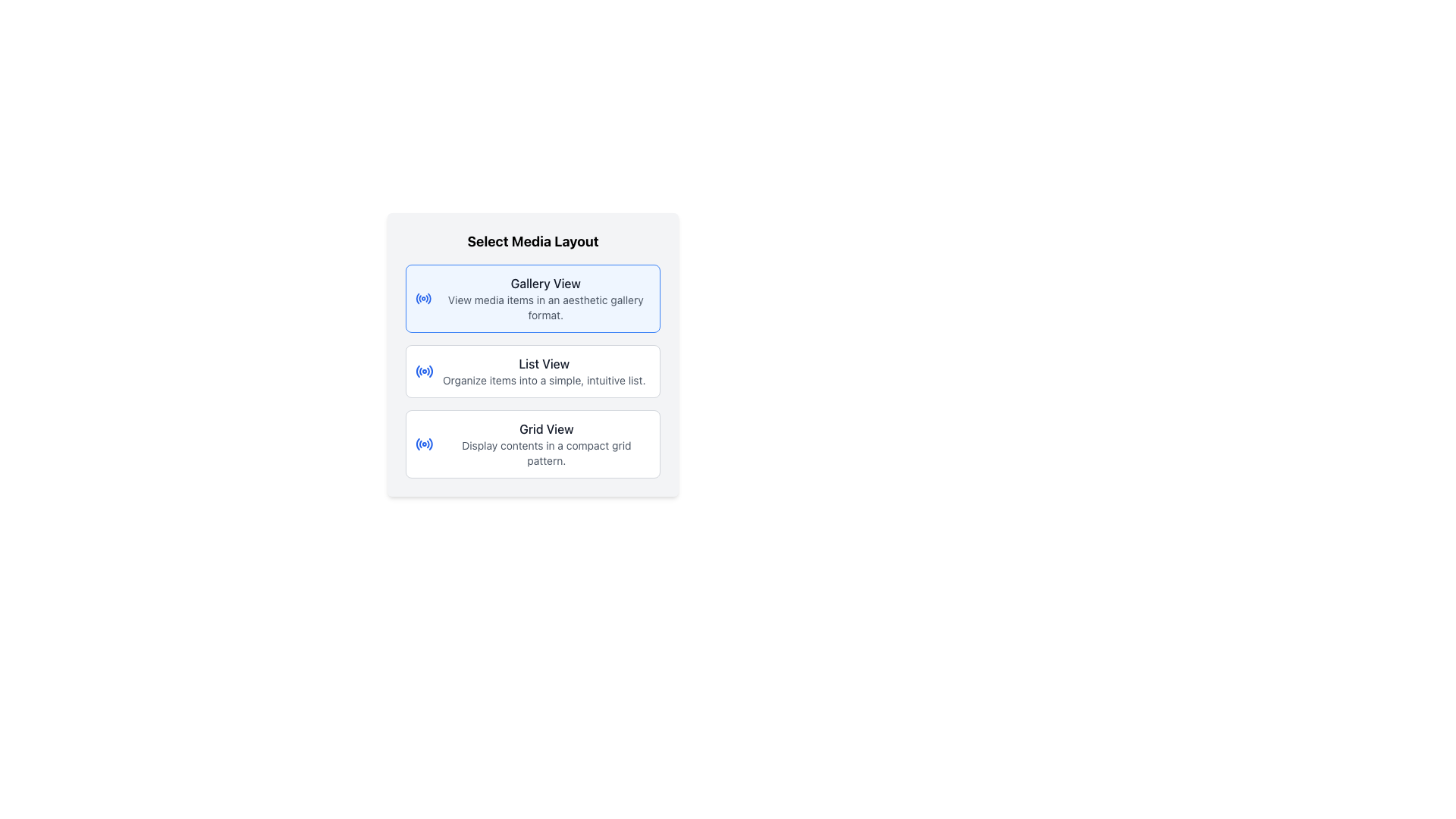 This screenshot has width=1456, height=819. I want to click on description text of the Text Label for selecting a gallery-style layout, which is the first item in the 'Select Media Layout' card, so click(545, 298).